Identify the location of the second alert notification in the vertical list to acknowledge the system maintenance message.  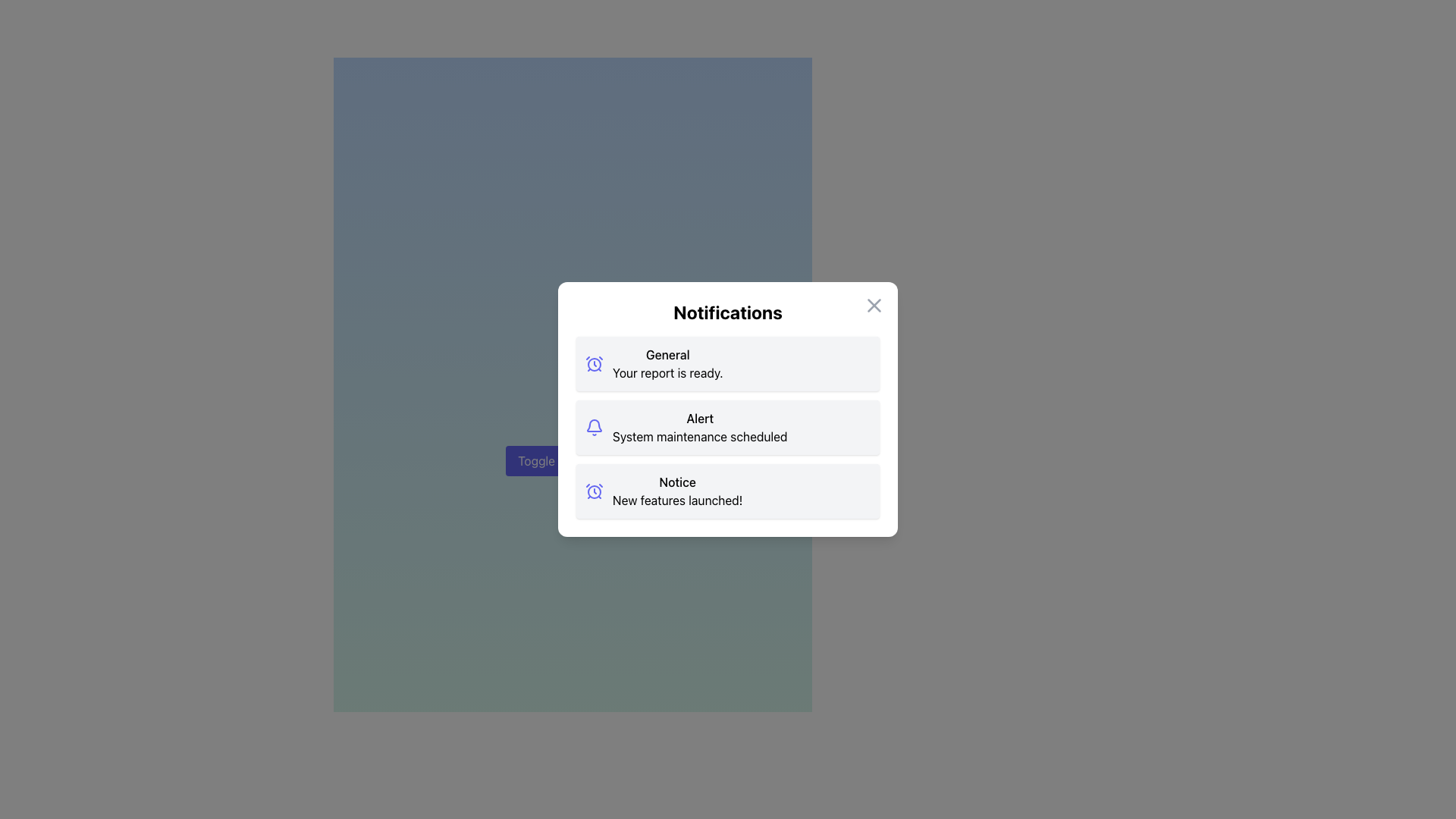
(728, 427).